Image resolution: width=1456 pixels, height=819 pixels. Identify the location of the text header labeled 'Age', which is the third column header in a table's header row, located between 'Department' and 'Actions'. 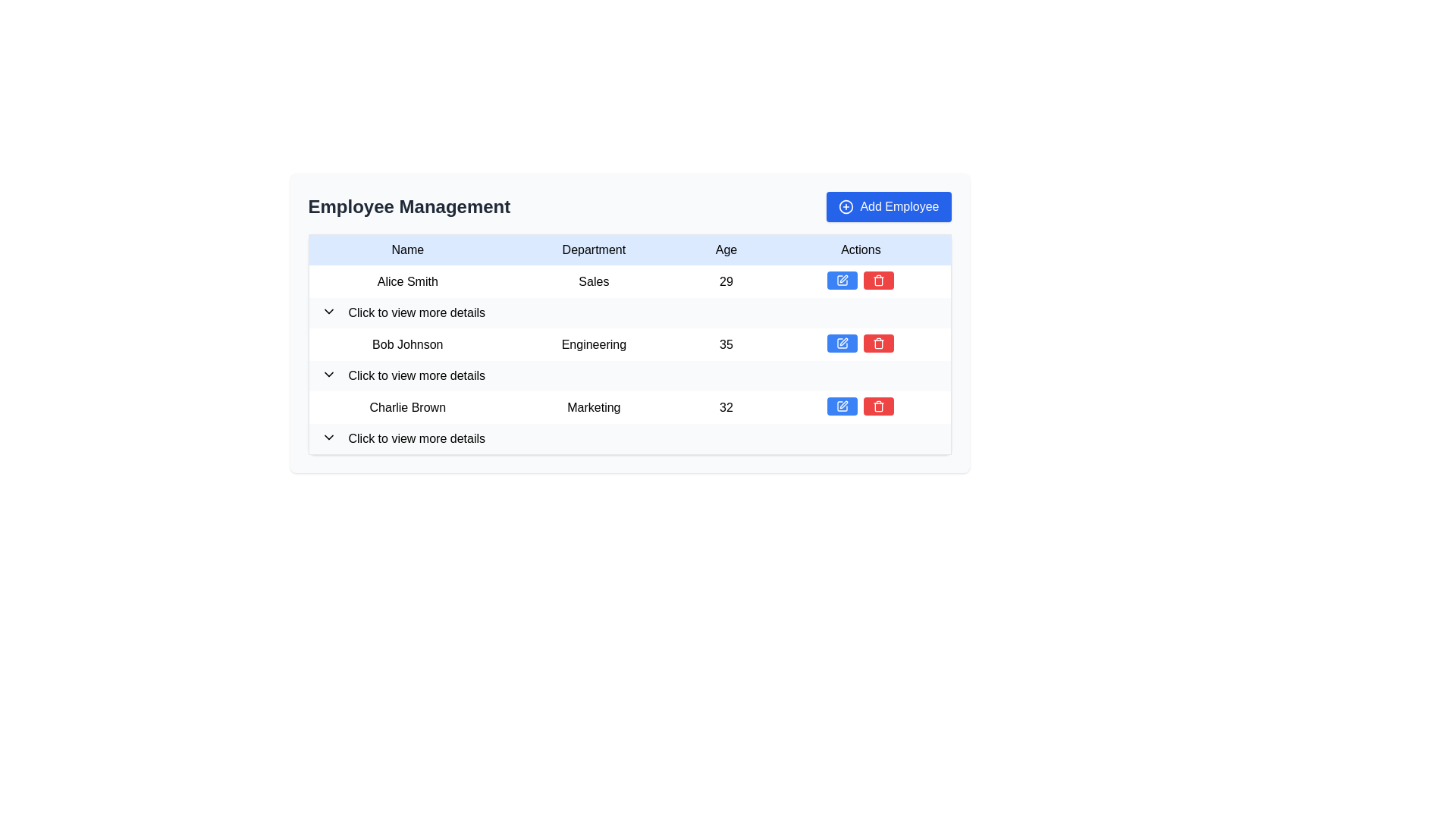
(726, 249).